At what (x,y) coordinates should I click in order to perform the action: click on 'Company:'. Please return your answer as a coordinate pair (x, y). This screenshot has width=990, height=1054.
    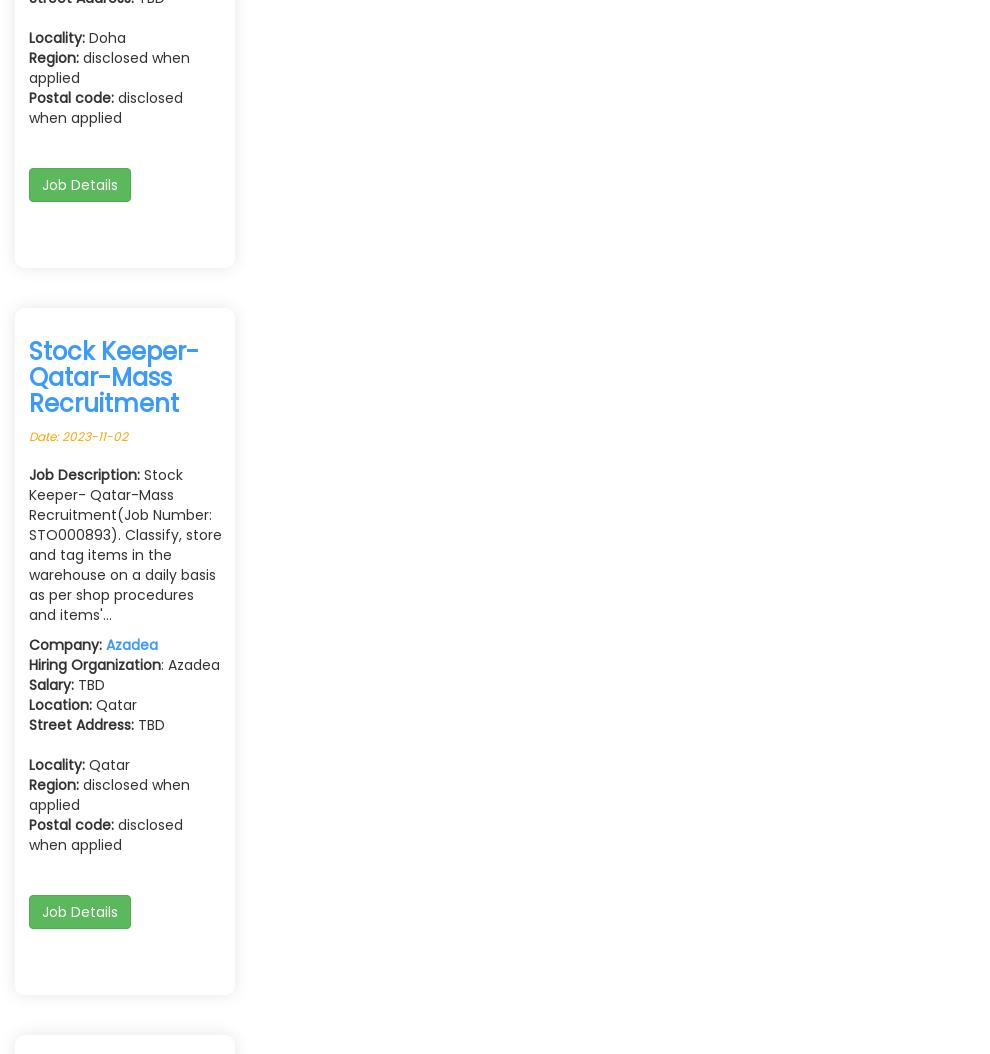
    Looking at the image, I should click on (28, 643).